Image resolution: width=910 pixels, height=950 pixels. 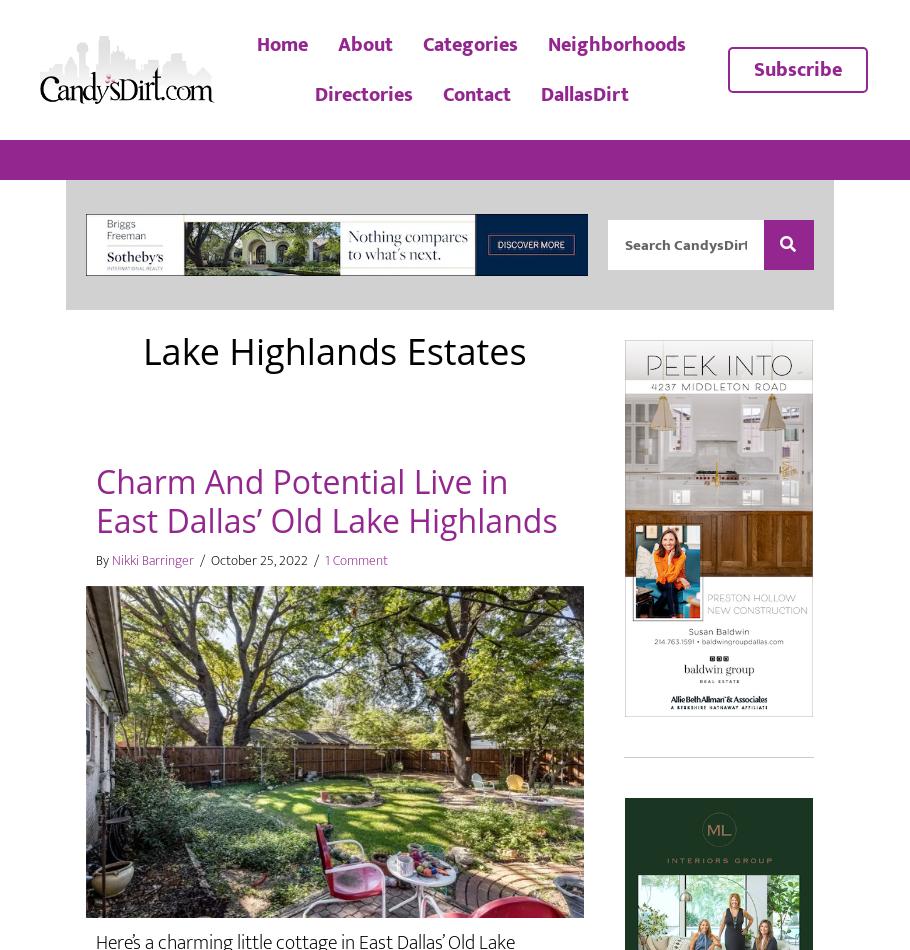 I want to click on 'By', so click(x=104, y=559).